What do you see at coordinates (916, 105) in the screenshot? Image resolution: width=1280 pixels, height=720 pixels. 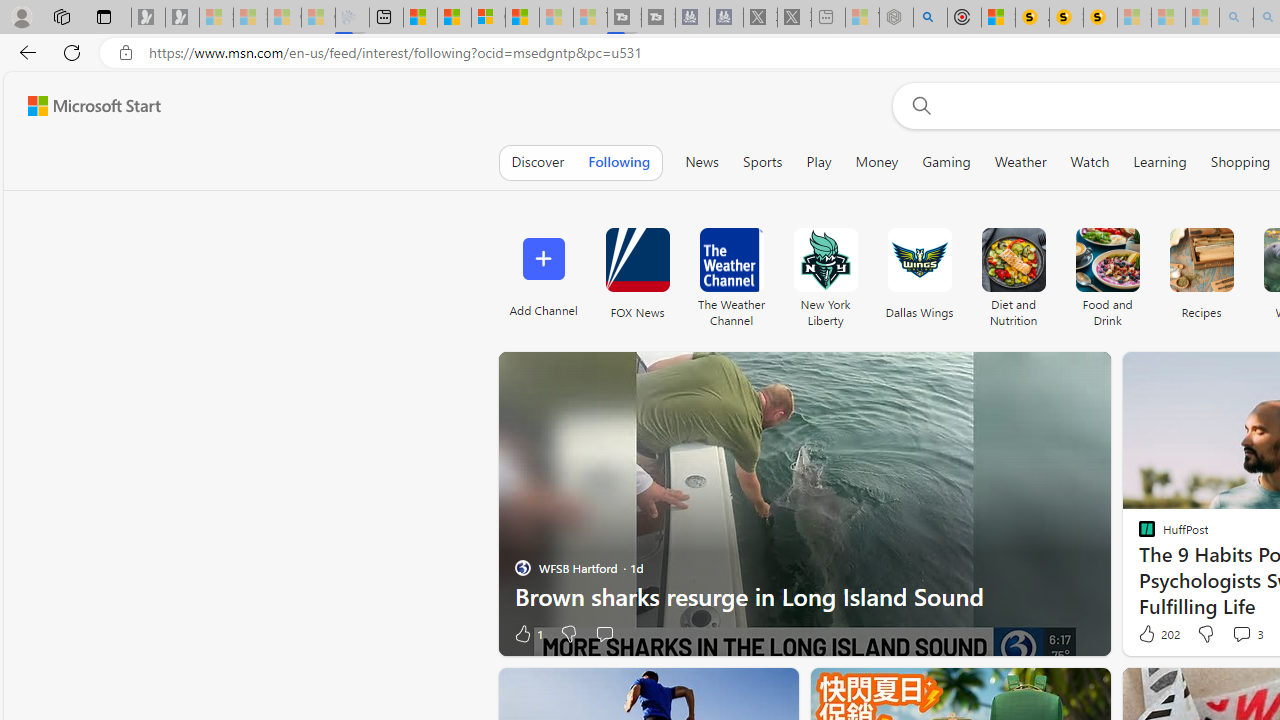 I see `'Web search'` at bounding box center [916, 105].